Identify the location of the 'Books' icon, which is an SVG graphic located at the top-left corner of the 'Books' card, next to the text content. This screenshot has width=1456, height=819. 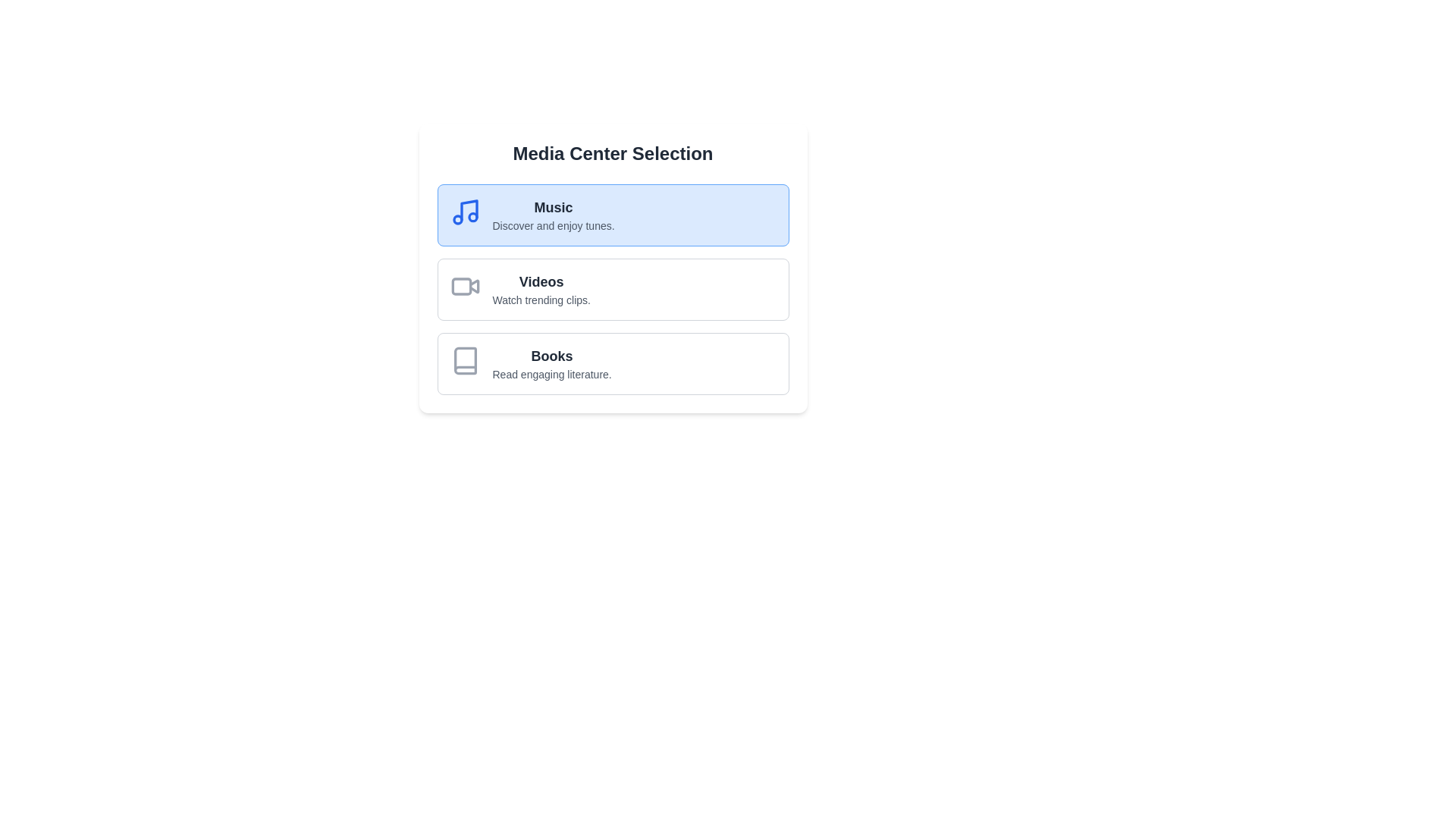
(464, 360).